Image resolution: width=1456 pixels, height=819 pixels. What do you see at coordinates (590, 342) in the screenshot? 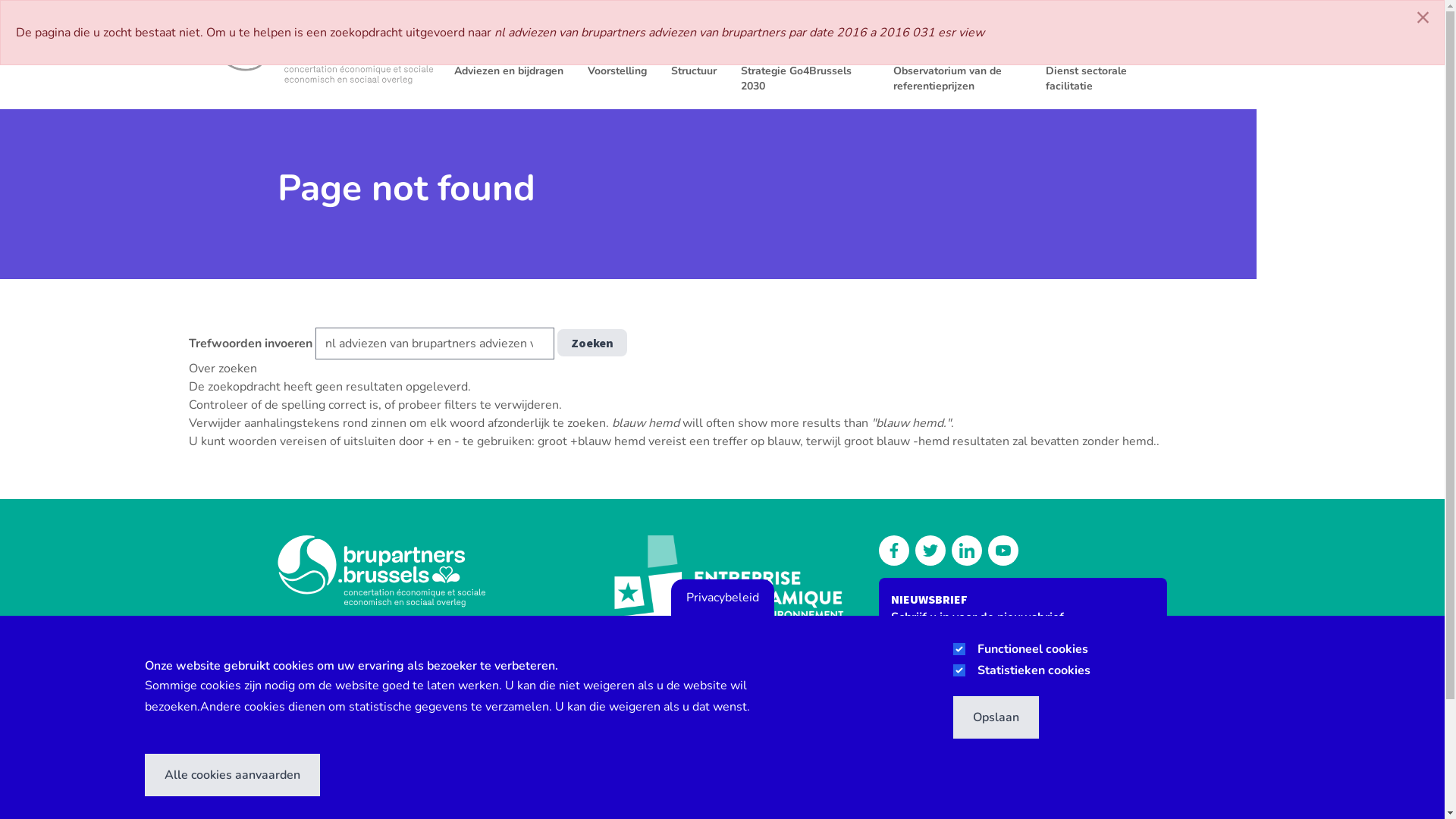
I see `'Zoeken'` at bounding box center [590, 342].